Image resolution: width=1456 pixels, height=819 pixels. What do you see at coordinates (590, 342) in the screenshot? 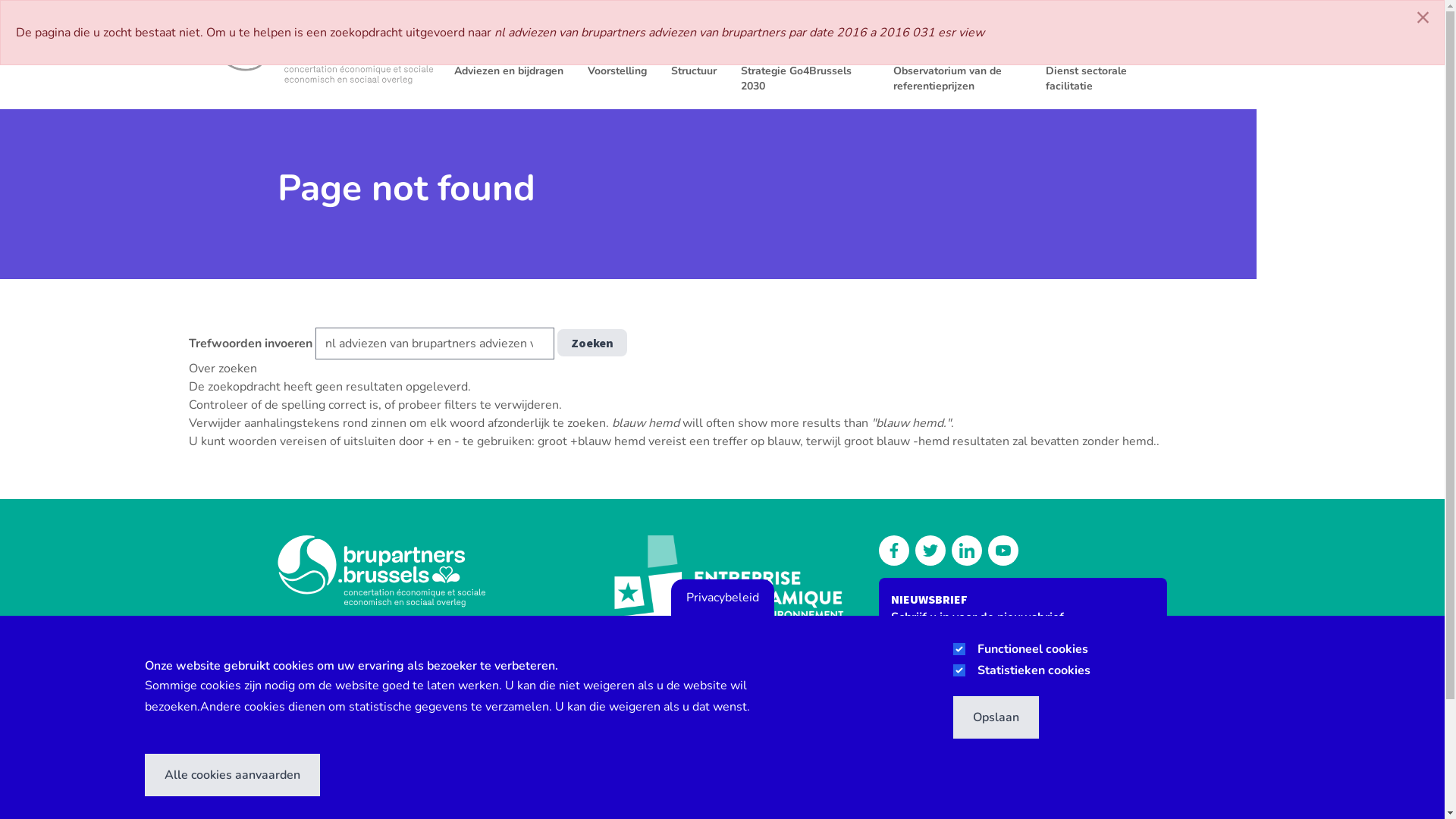
I see `'Zoeken'` at bounding box center [590, 342].